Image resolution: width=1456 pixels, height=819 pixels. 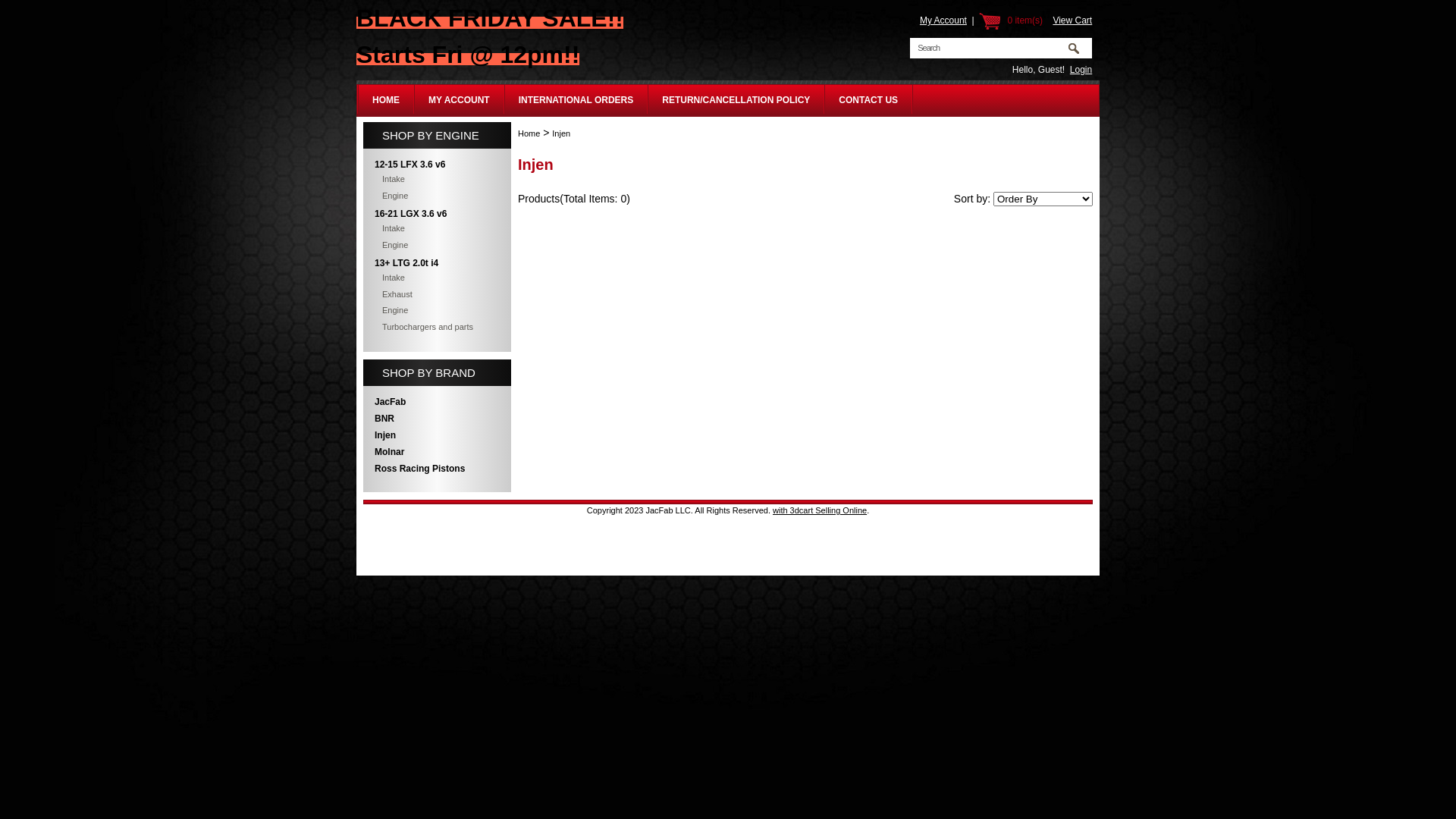 What do you see at coordinates (1080, 70) in the screenshot?
I see `'Login'` at bounding box center [1080, 70].